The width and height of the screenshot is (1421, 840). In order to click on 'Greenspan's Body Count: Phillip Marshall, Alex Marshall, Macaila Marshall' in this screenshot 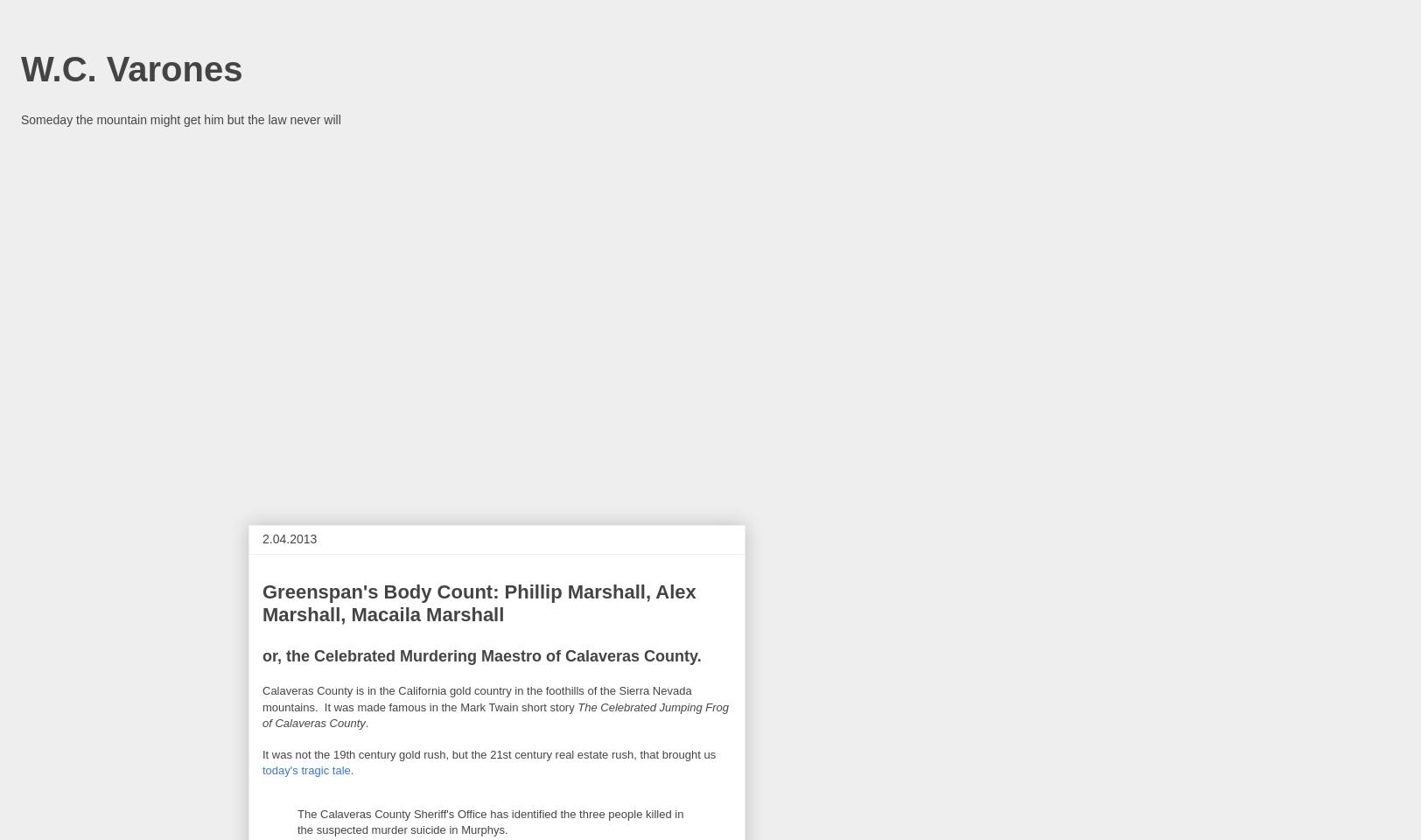, I will do `click(479, 603)`.